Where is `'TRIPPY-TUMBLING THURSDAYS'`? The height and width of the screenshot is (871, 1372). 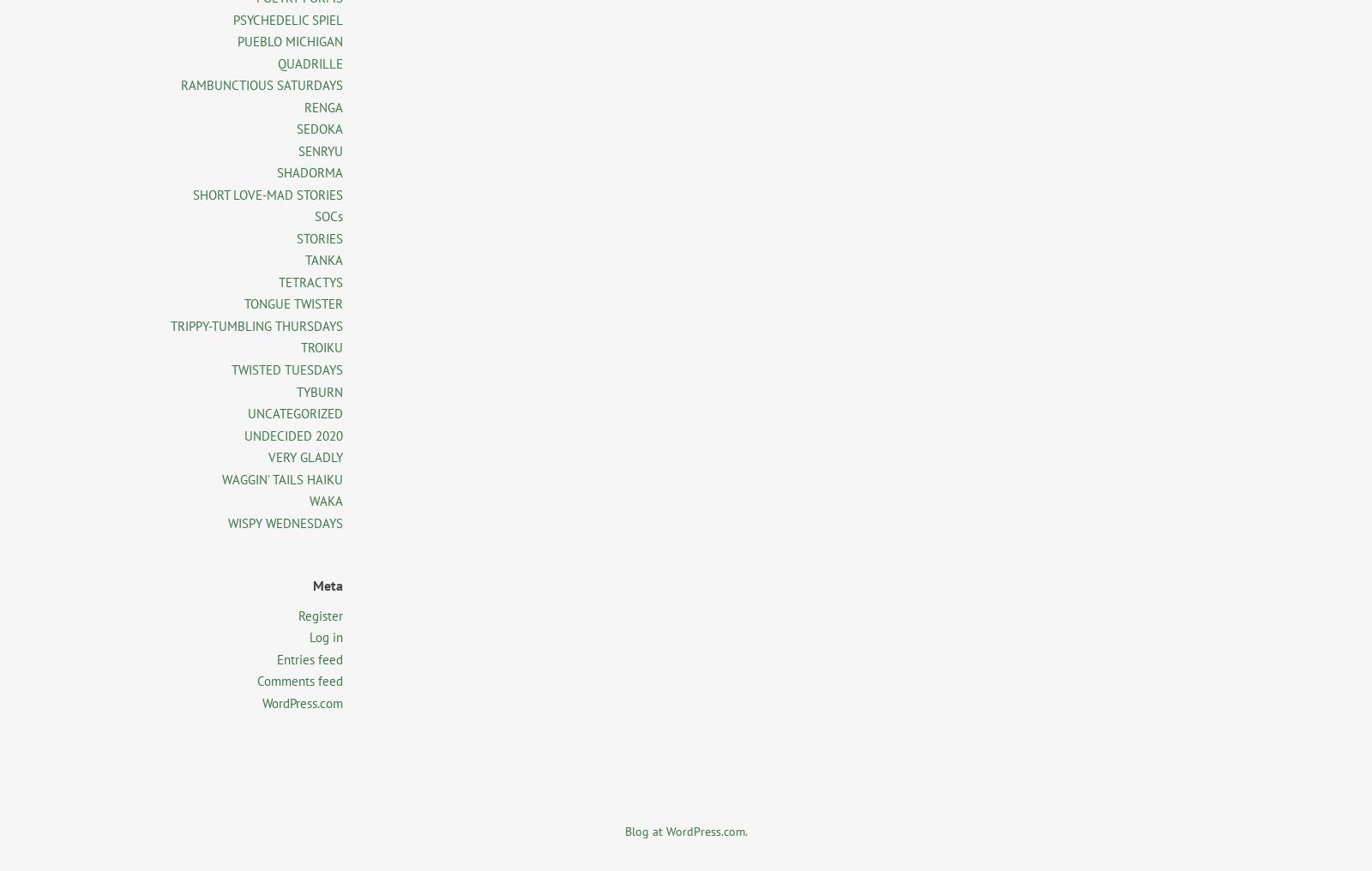 'TRIPPY-TUMBLING THURSDAYS' is located at coordinates (256, 325).